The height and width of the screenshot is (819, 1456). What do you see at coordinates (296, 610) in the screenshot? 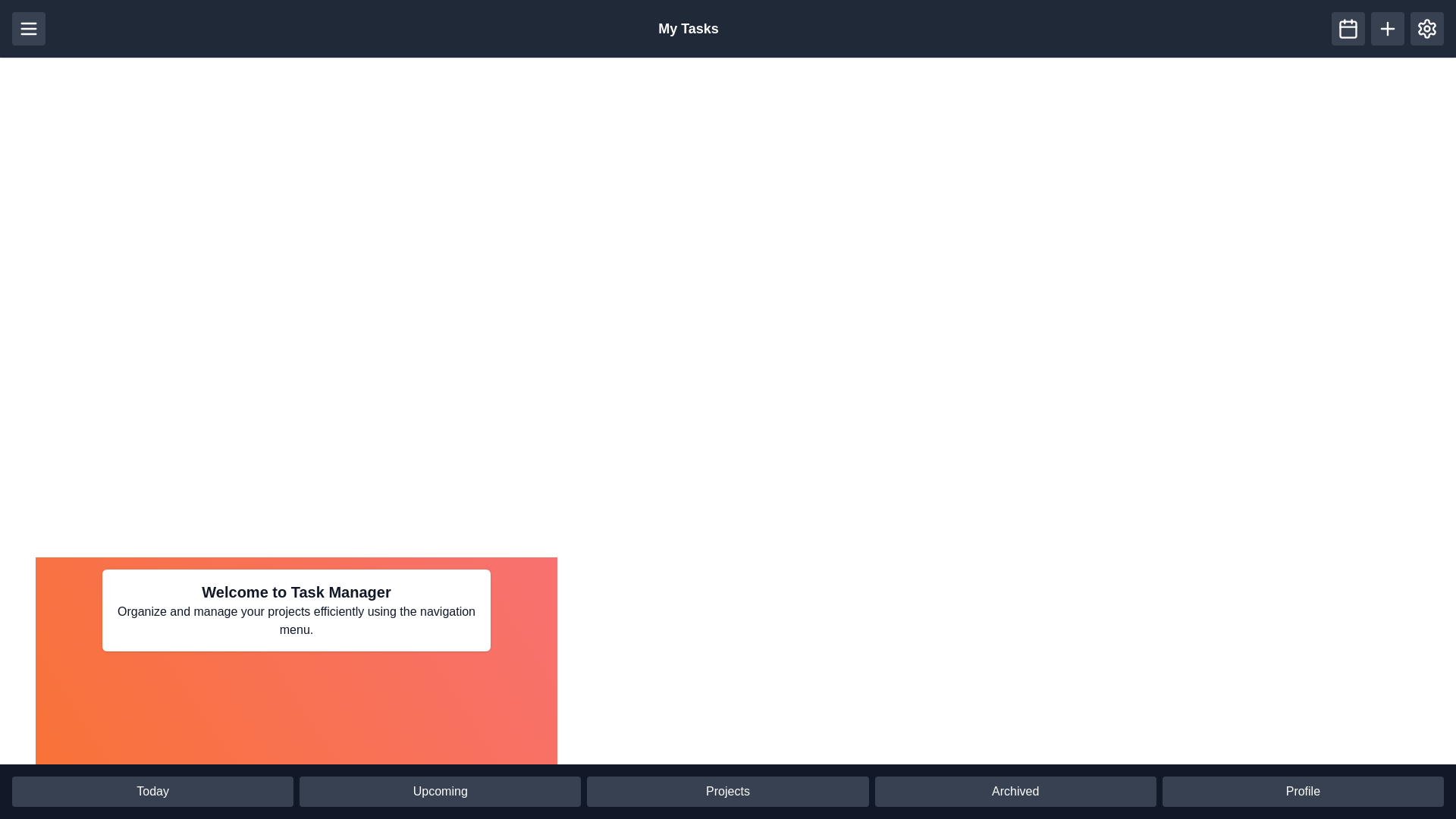
I see `the welcome text section to interact with it` at bounding box center [296, 610].